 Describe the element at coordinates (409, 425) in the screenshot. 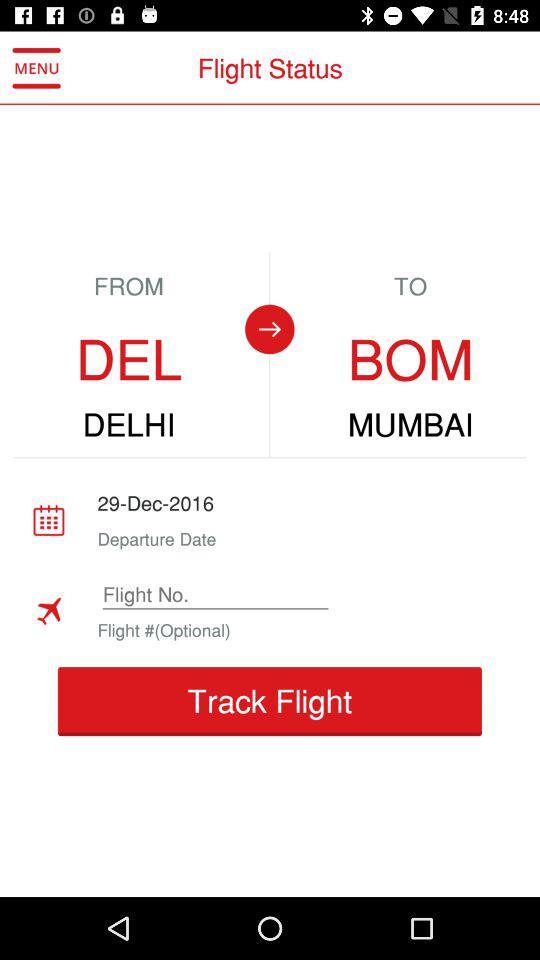

I see `item below bom icon` at that location.